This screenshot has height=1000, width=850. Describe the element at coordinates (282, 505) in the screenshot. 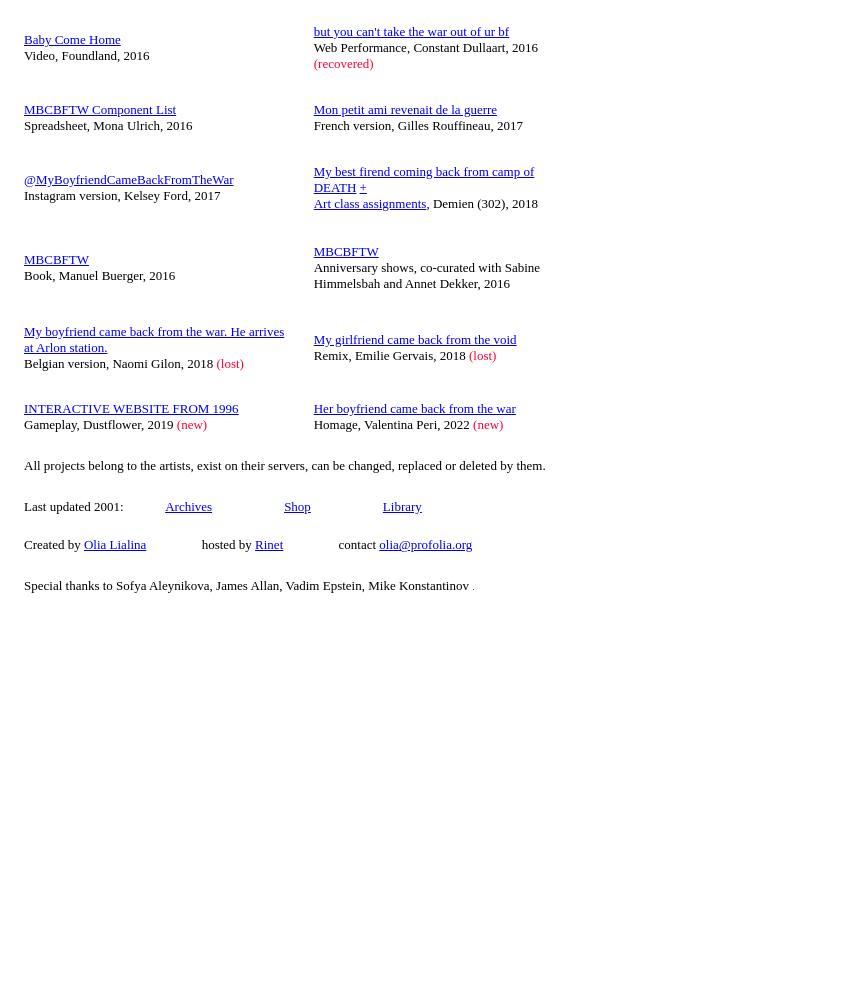

I see `'Shop'` at that location.